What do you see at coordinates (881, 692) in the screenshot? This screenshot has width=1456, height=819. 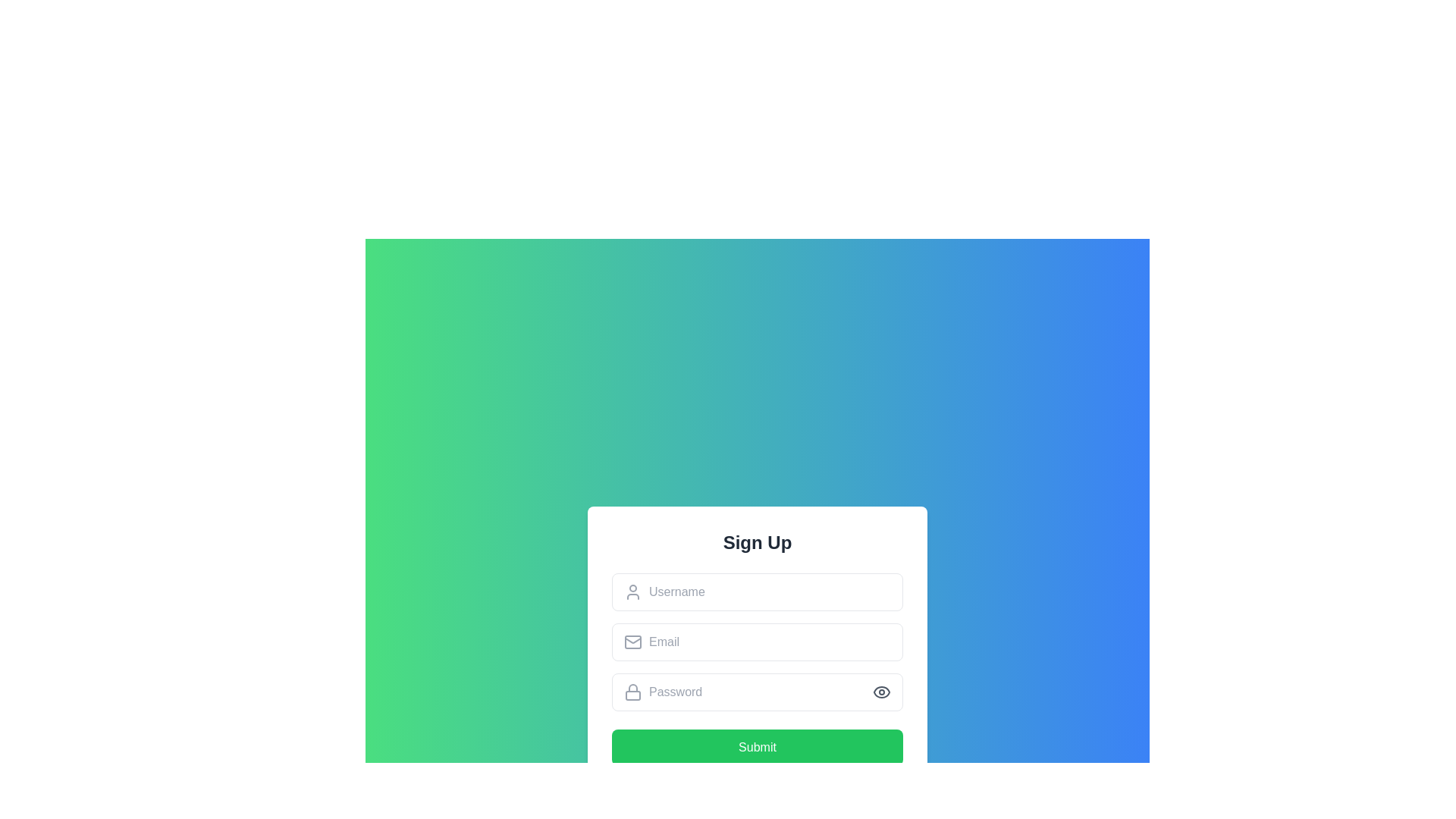 I see `the eye icon button located in the upper-right section of the login form` at bounding box center [881, 692].